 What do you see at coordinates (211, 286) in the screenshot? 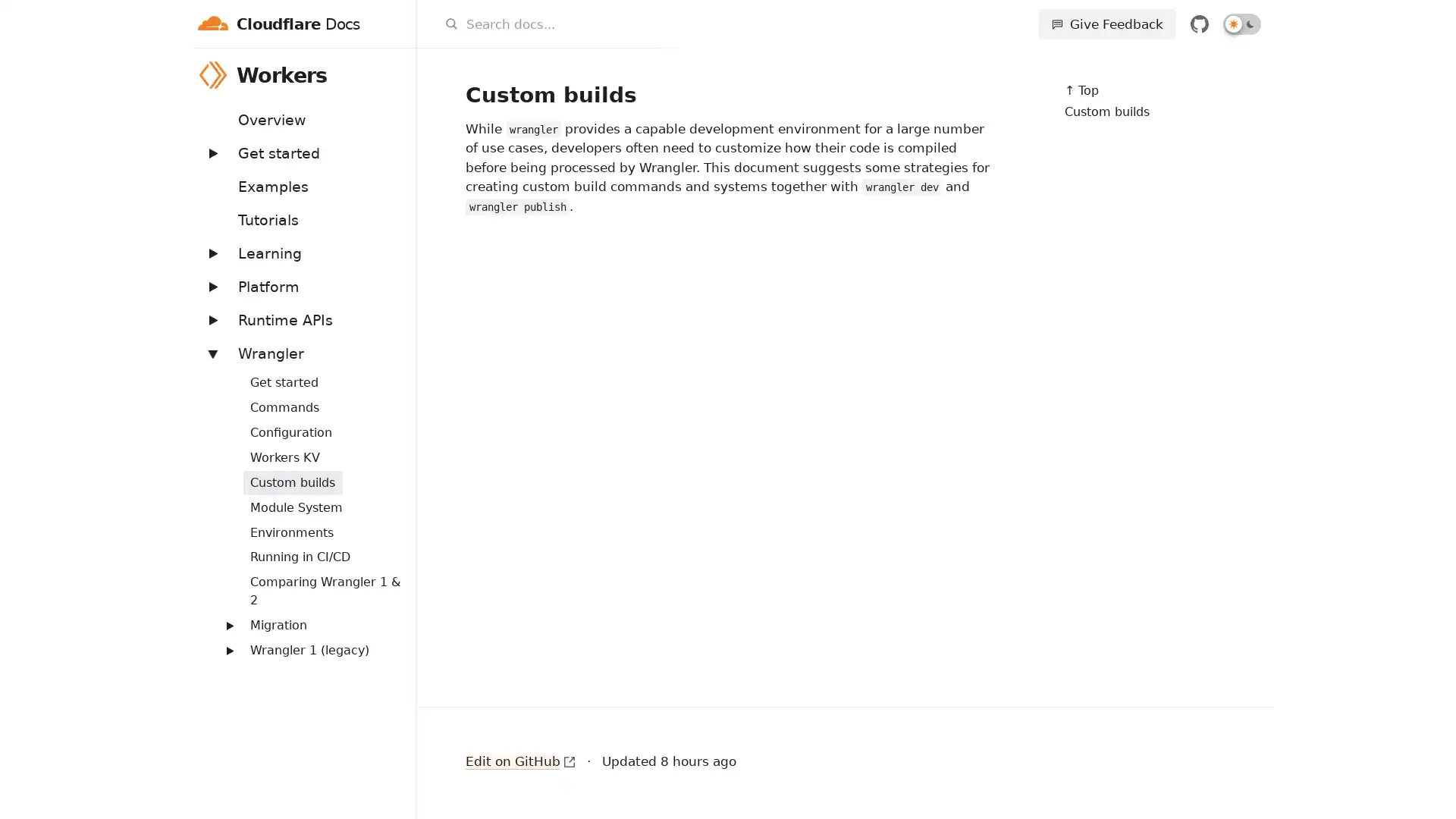
I see `Expand: Platform` at bounding box center [211, 286].